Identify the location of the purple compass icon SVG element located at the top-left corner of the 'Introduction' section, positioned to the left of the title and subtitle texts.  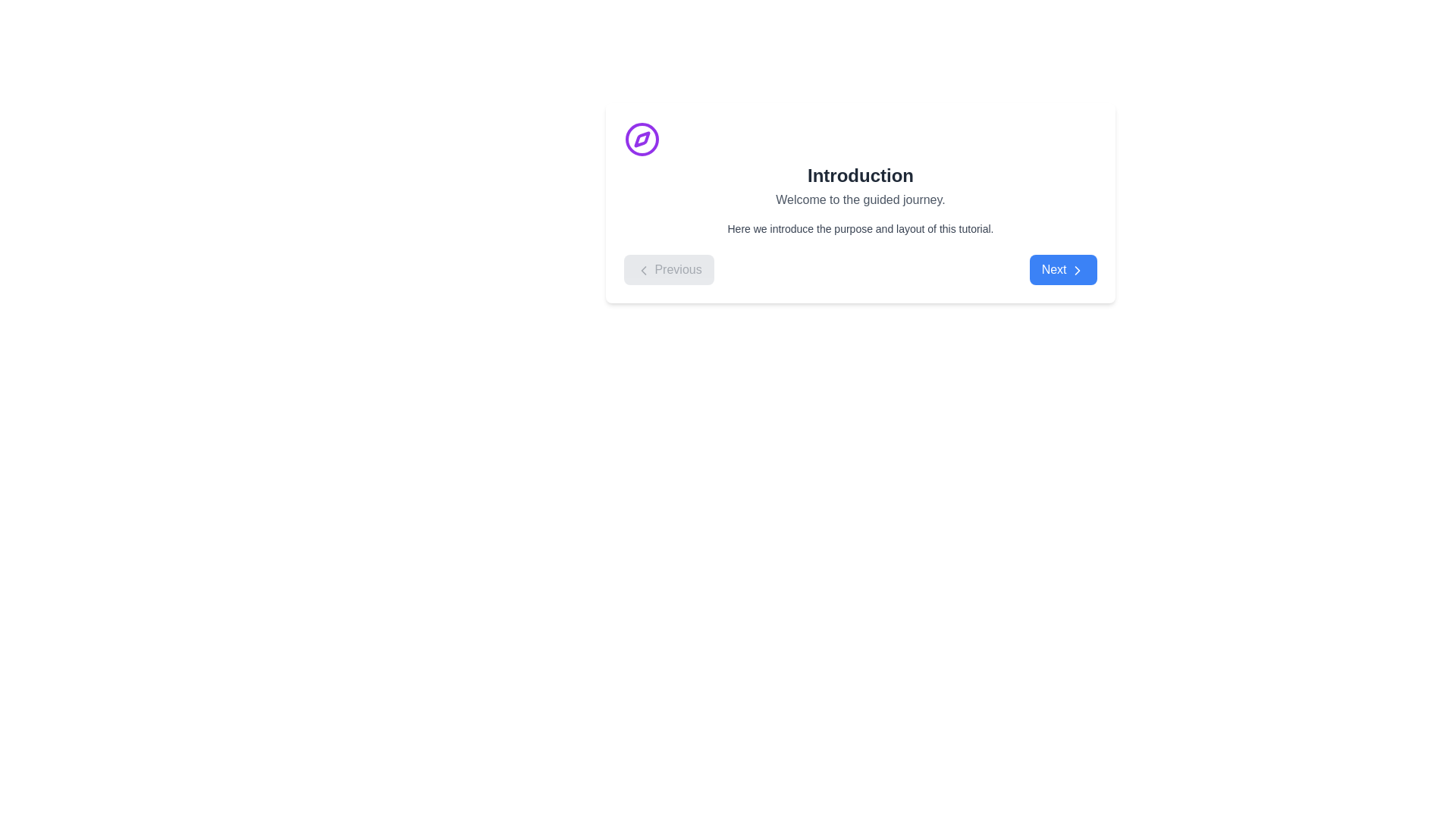
(642, 140).